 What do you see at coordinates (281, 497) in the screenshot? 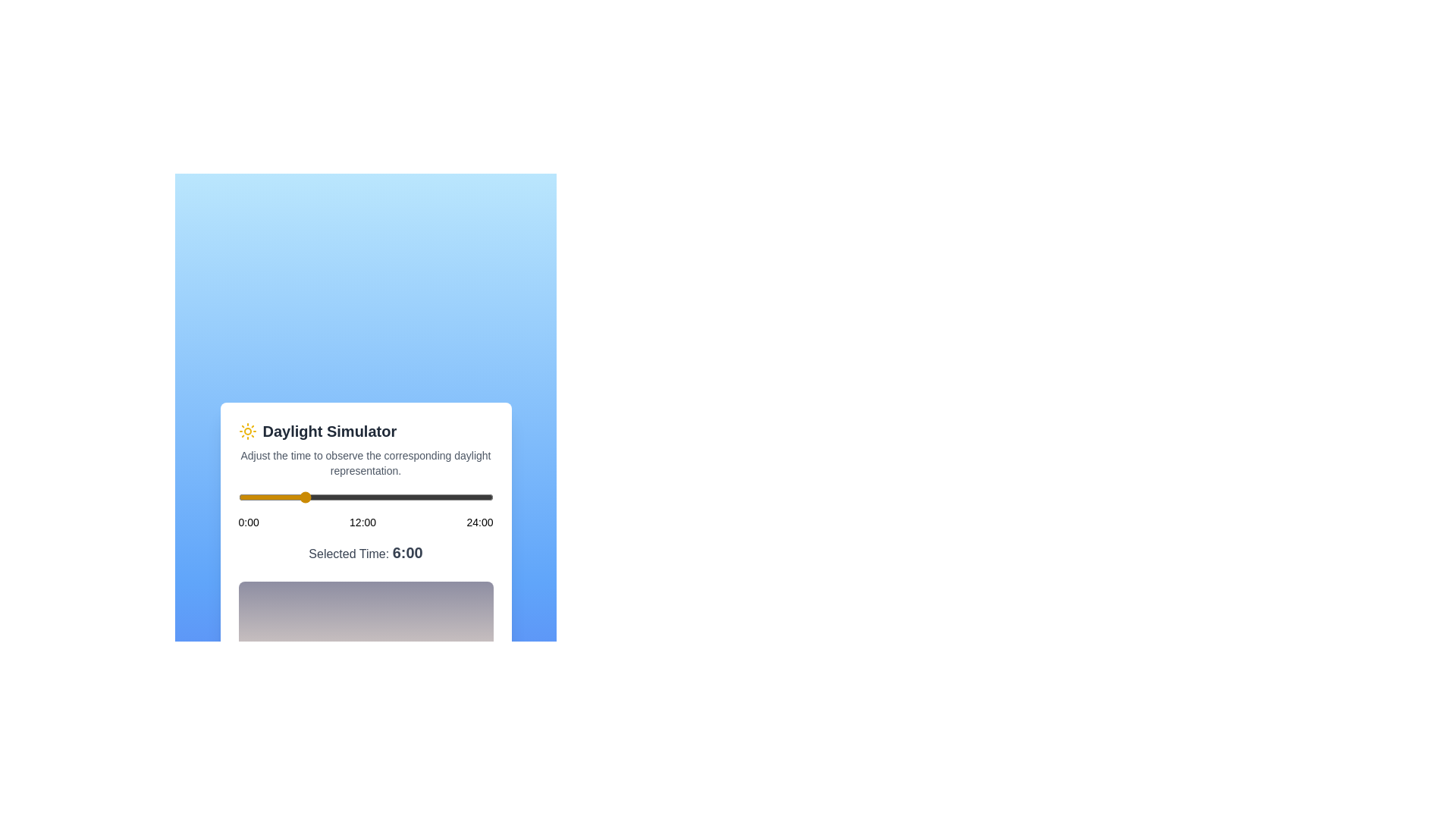
I see `the time of day to 4 hours using the slider` at bounding box center [281, 497].